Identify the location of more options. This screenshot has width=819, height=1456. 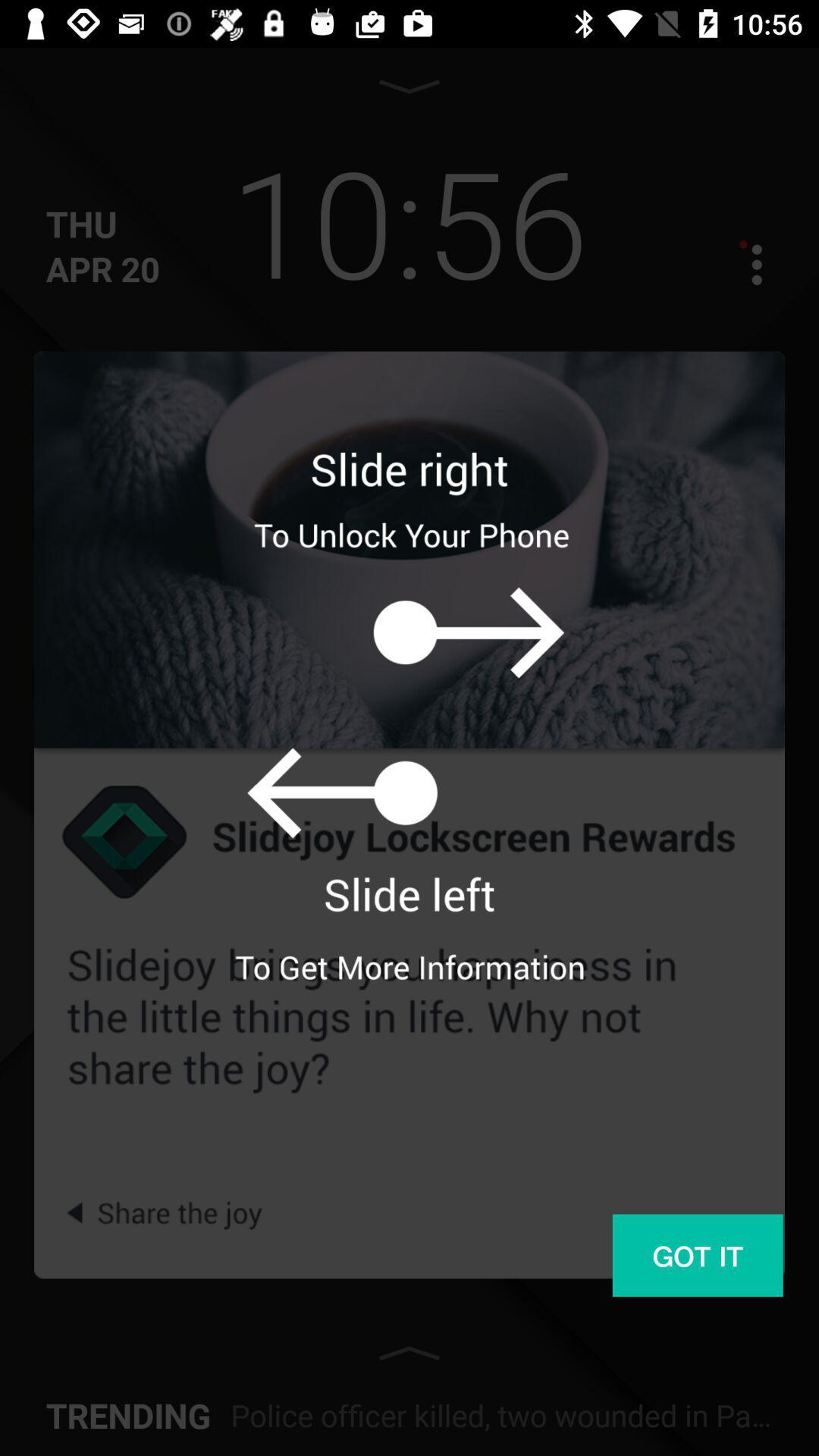
(742, 264).